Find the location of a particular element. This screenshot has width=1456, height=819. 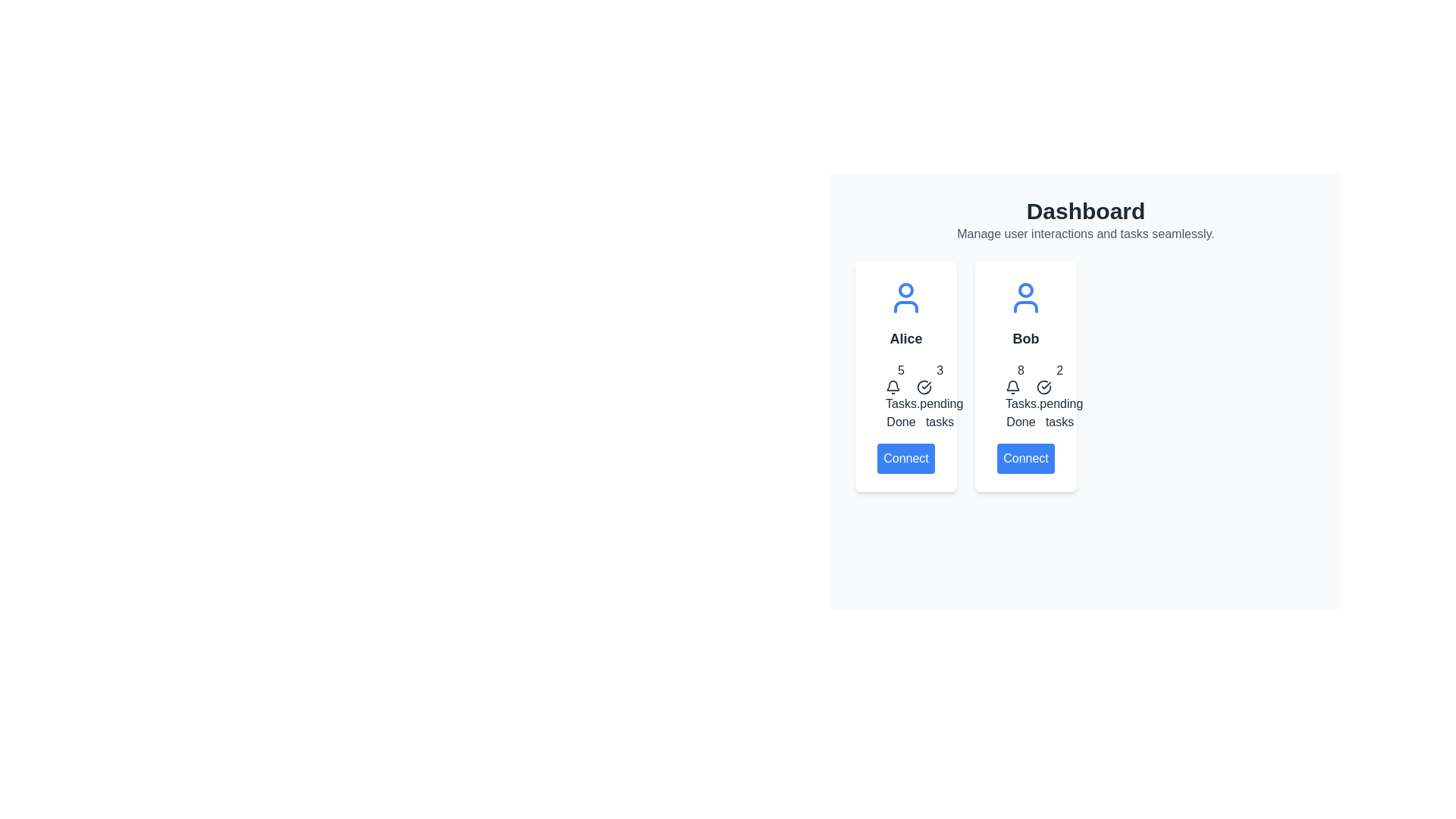

the blue circular graphic element located near the top of Bob's user icon in the second user card is located at coordinates (1026, 290).